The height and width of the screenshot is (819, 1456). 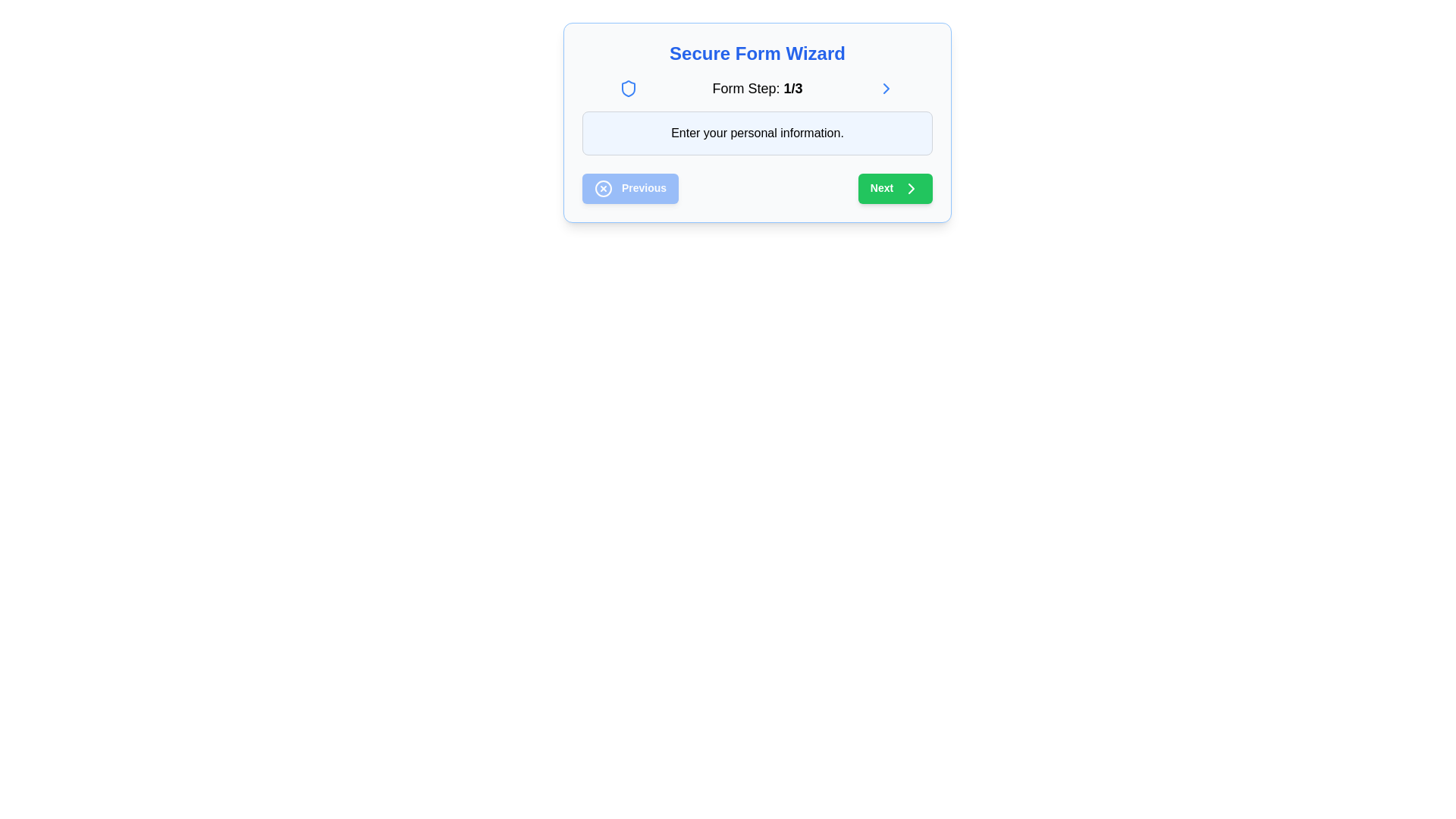 I want to click on the text label that displays 'Enter your personal information.' within the light-blue rectangular section, so click(x=757, y=133).